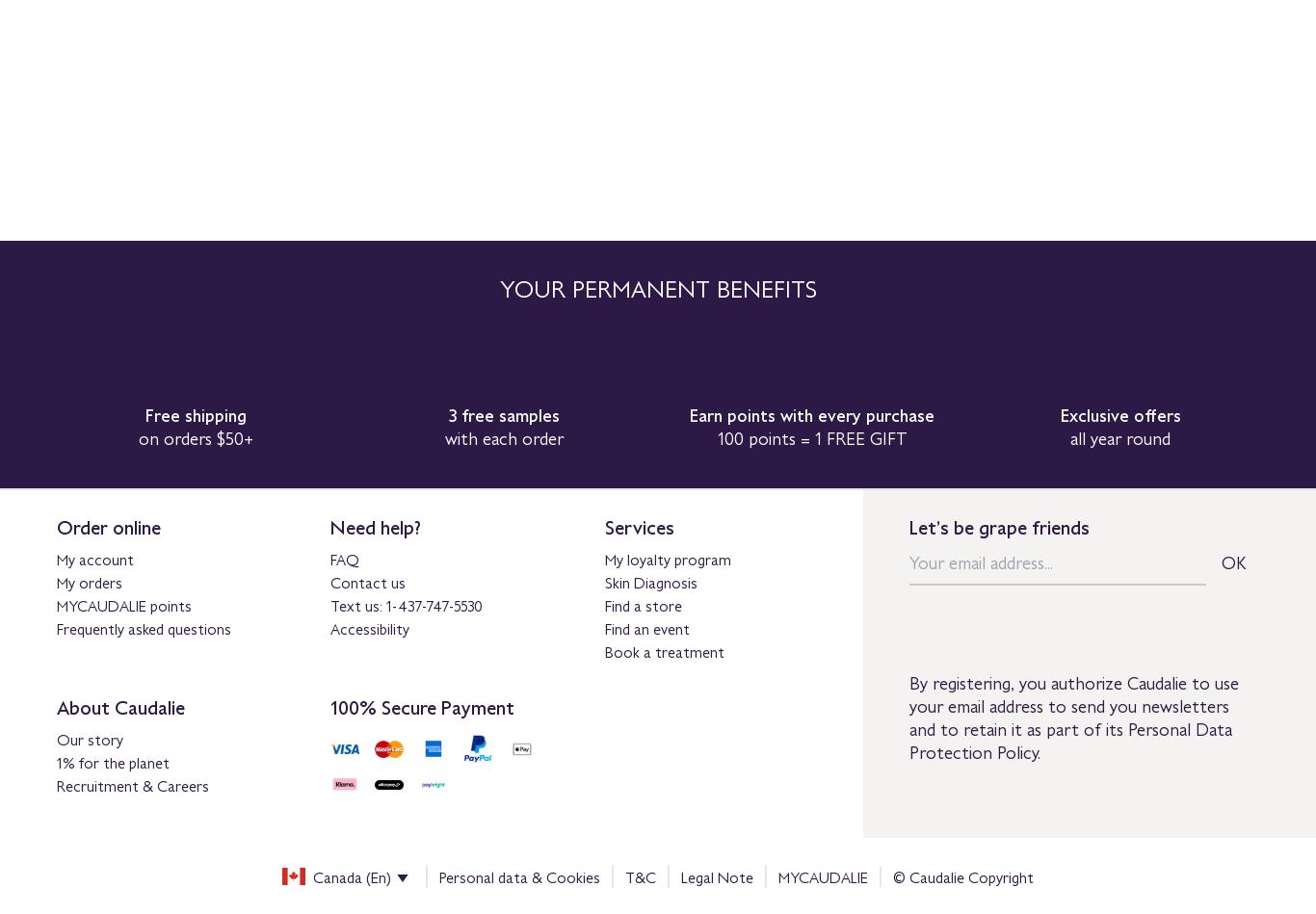  Describe the element at coordinates (998, 525) in the screenshot. I see `'Let’s be grape friends'` at that location.